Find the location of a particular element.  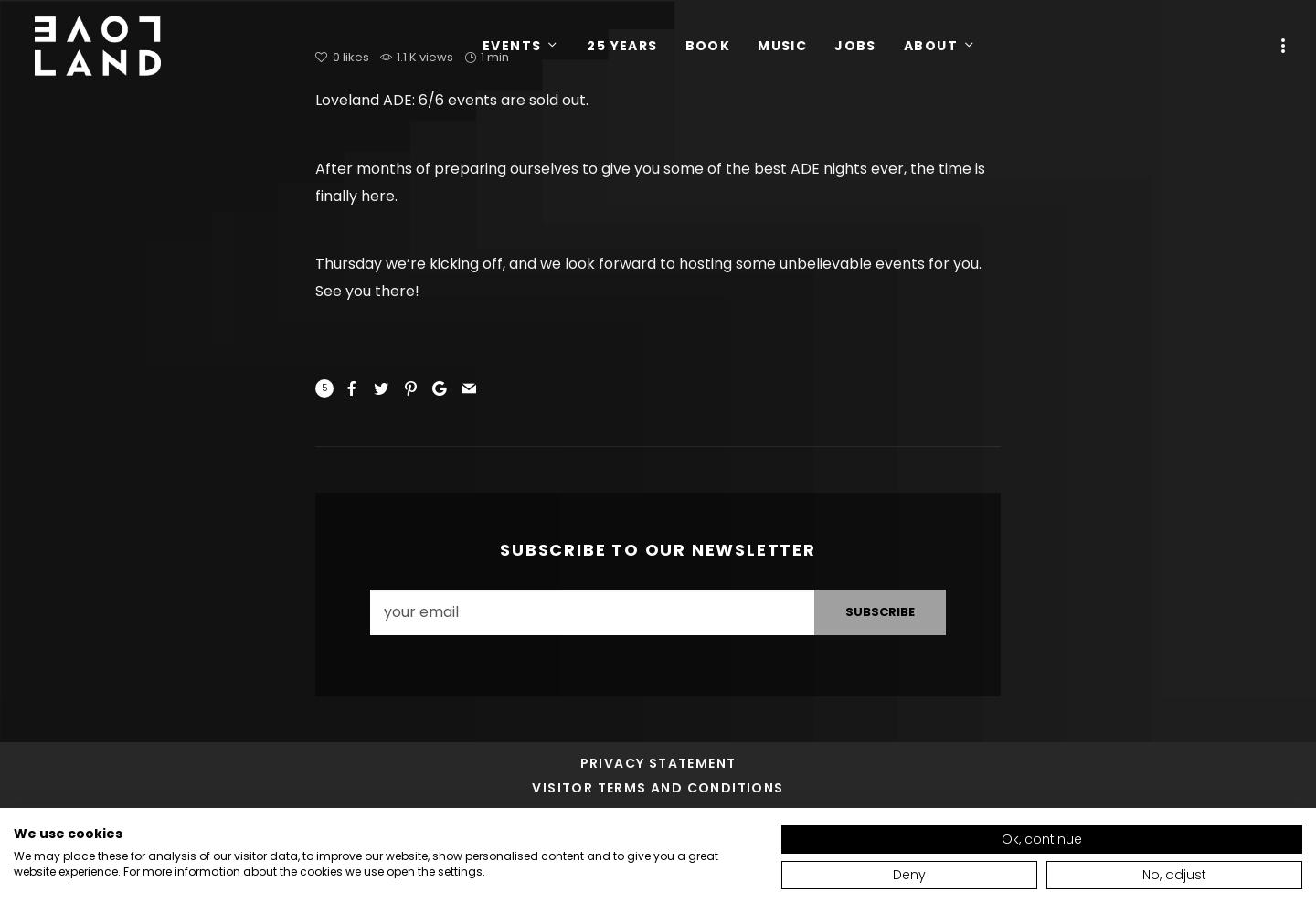

'0' is located at coordinates (336, 57).